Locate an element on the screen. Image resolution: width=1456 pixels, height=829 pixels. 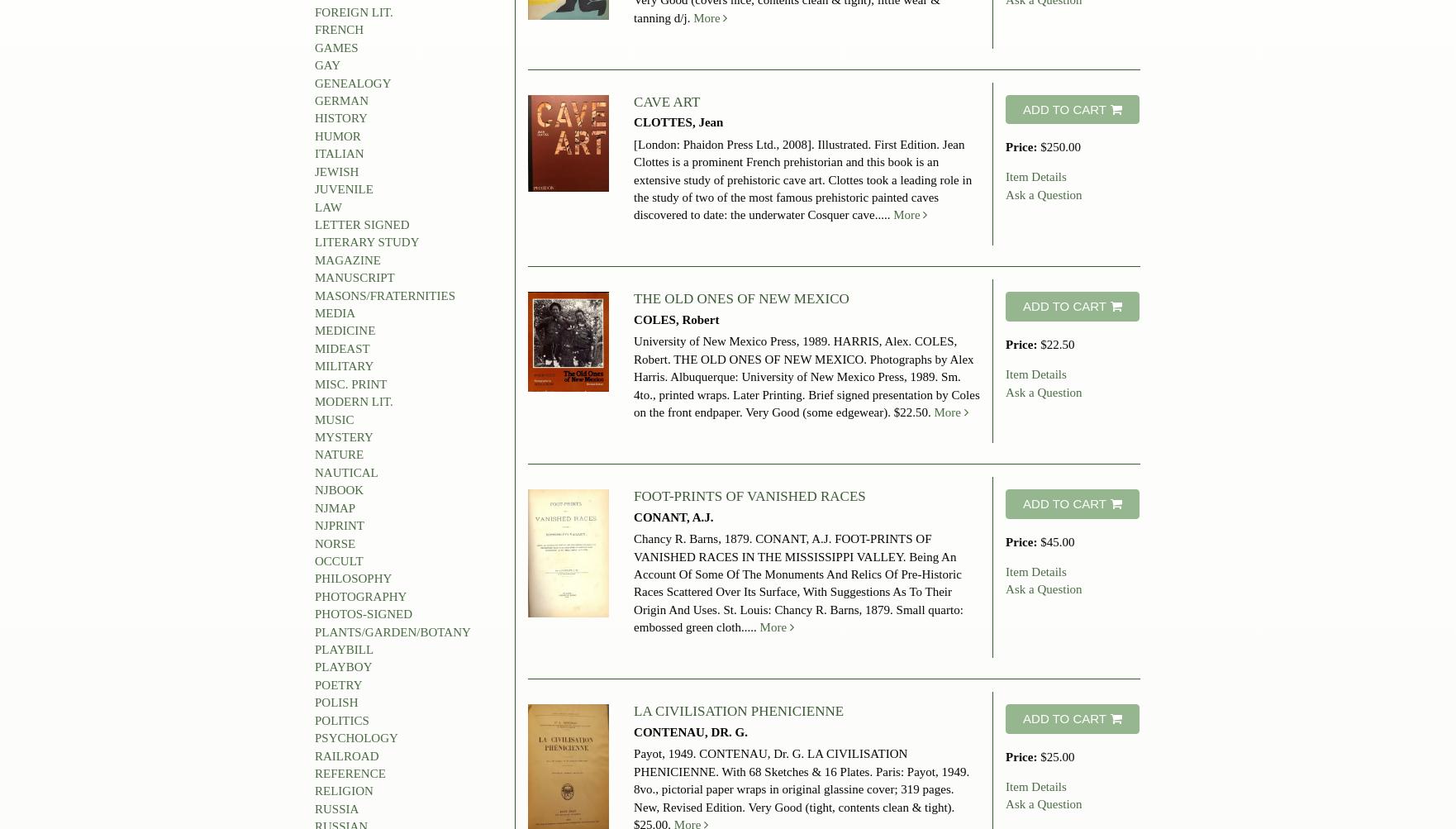
'THE OLD ONES OF NEW MEXICO' is located at coordinates (632, 298).